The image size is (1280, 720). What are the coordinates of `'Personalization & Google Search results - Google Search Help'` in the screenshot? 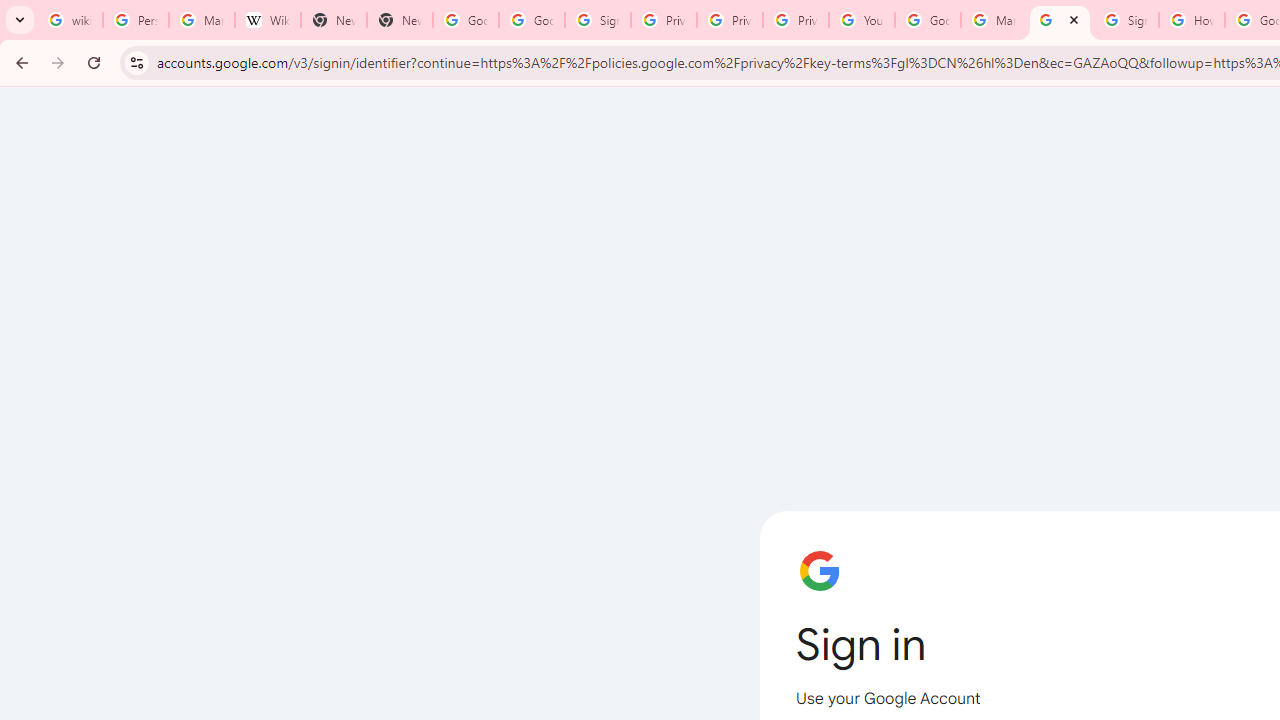 It's located at (134, 20).